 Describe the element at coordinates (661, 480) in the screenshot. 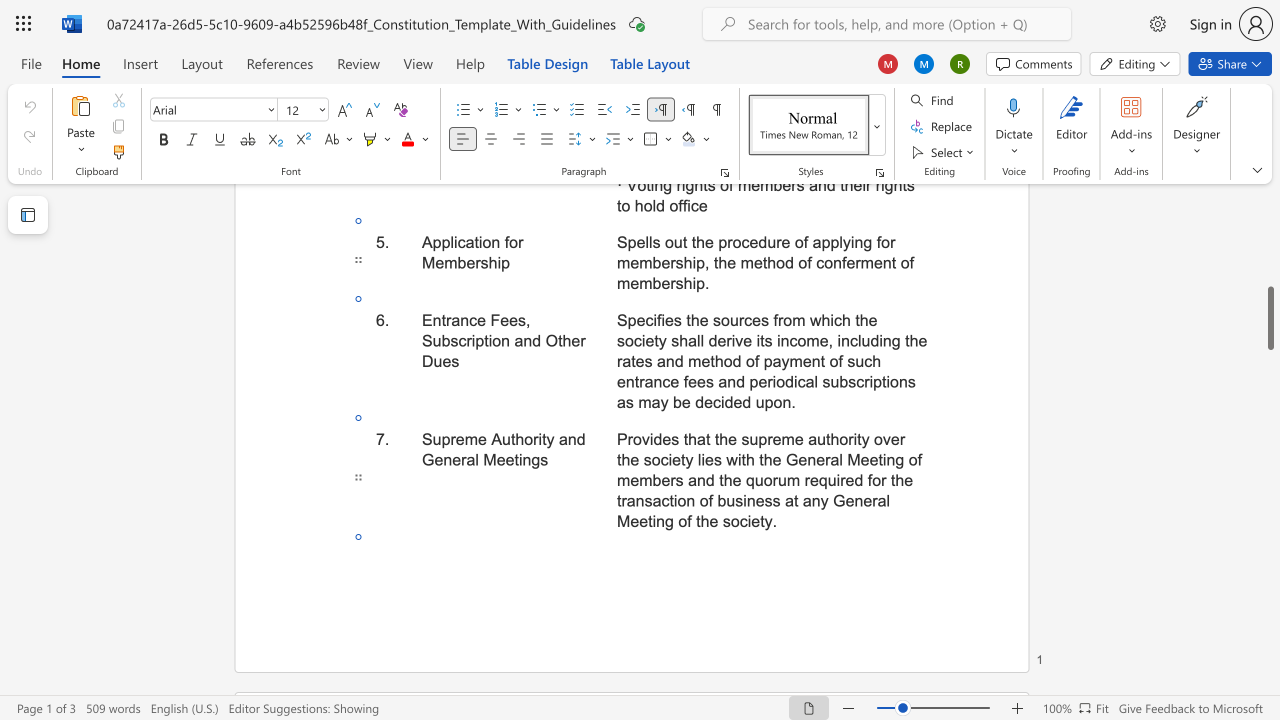

I see `the space between the continuous character "b" and "e" in the text` at that location.